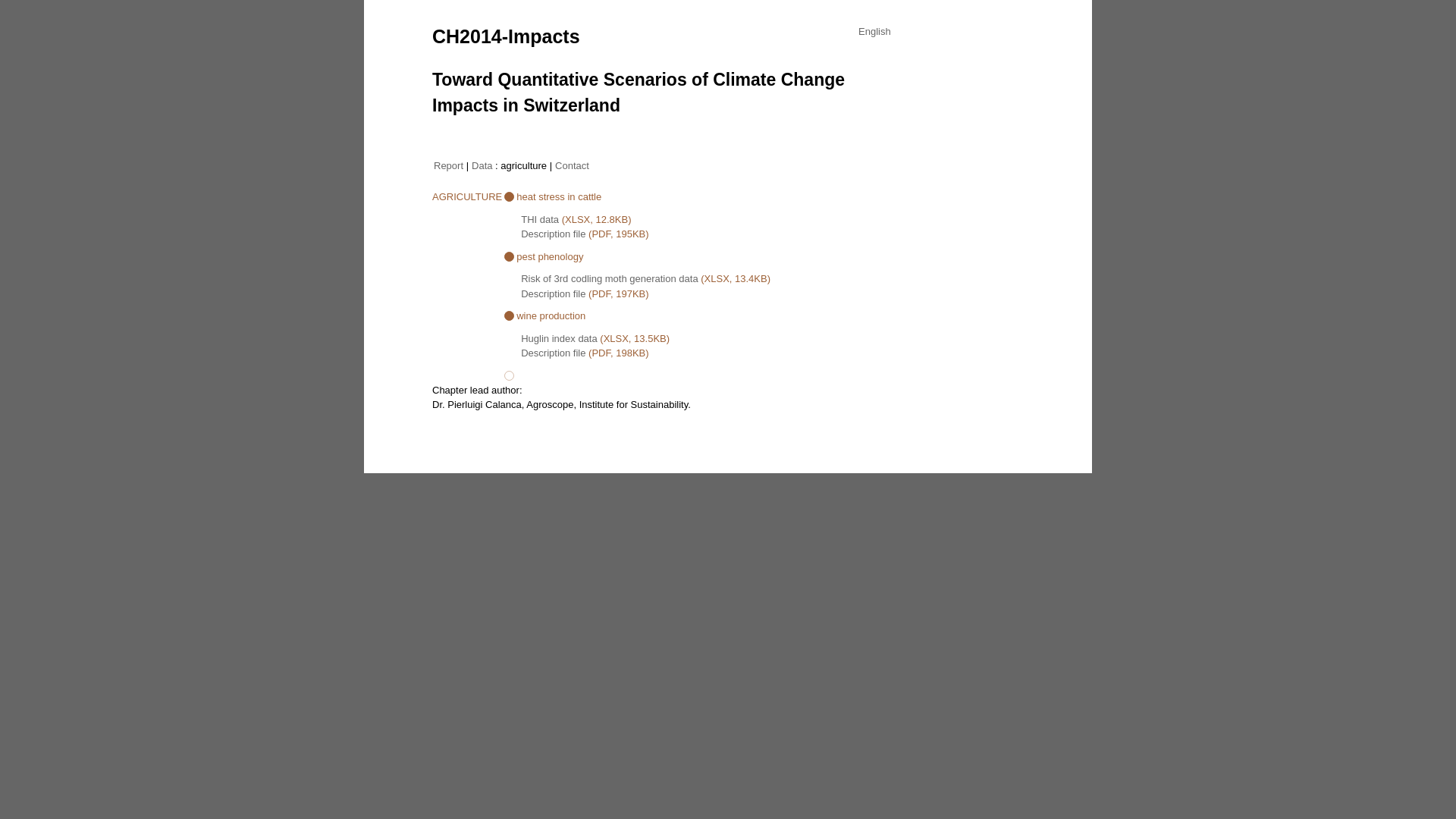 This screenshot has height=819, width=1456. What do you see at coordinates (481, 165) in the screenshot?
I see `'Data'` at bounding box center [481, 165].